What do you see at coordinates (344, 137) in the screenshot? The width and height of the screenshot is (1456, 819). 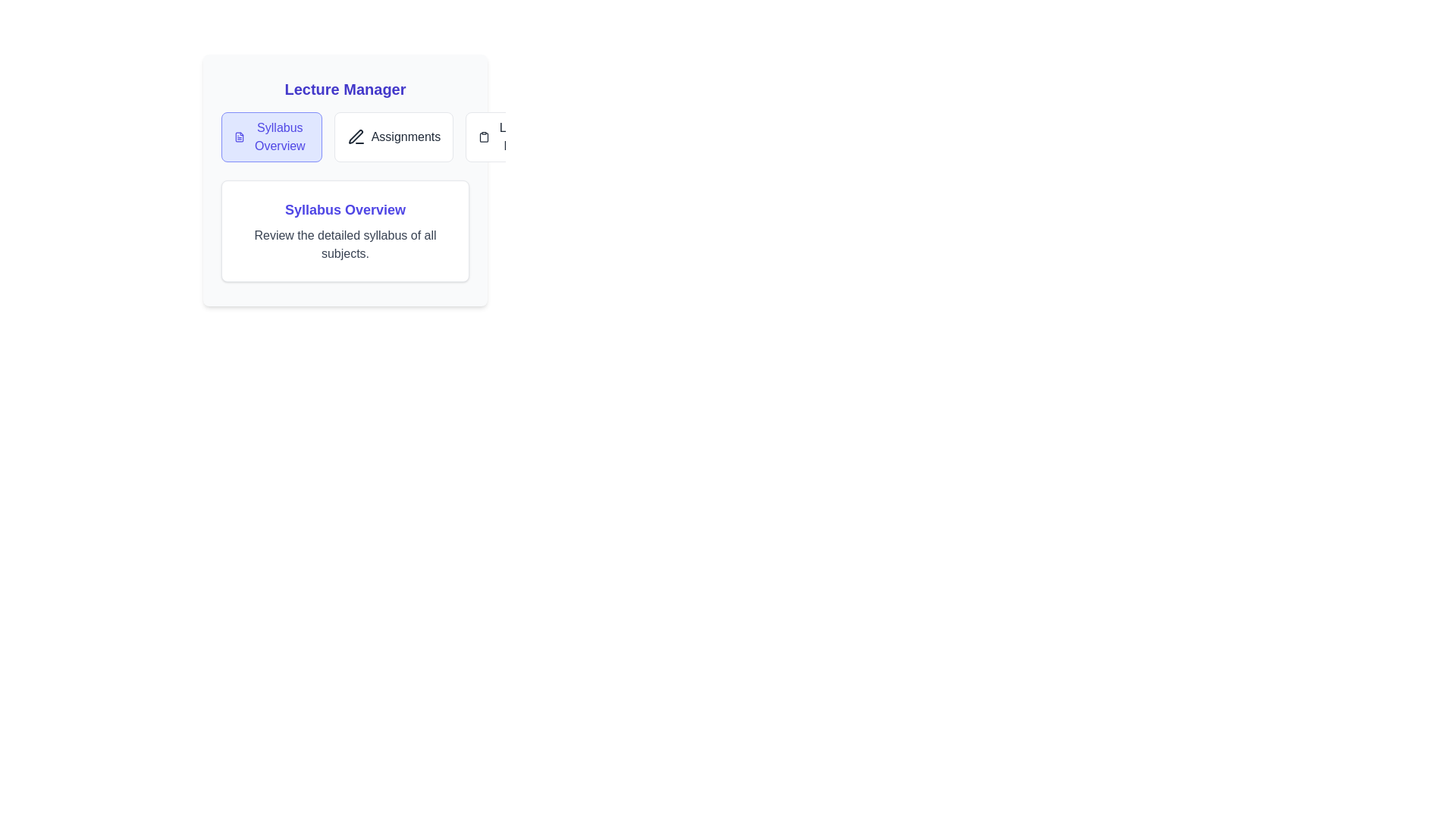 I see `the horizontal button group located centrally below the 'Lecture Manager' header to observe any potential hover effects` at bounding box center [344, 137].